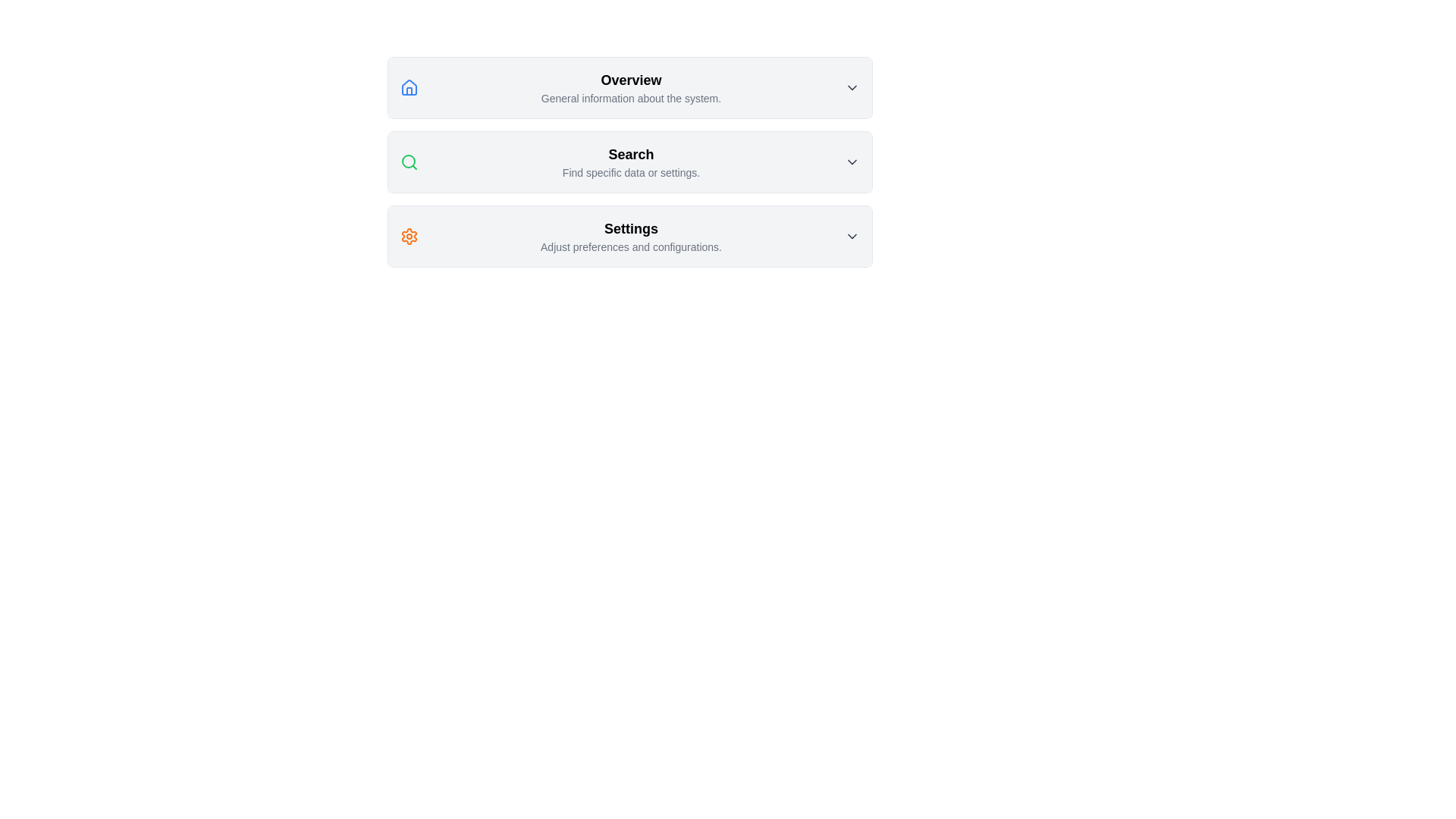  What do you see at coordinates (631, 155) in the screenshot?
I see `the header label that indicates the purpose of the section related to searching for specific data or settings, located in the second section of a list, positioned above the text 'Find specific data or settings.' and below the green magnifying glass icon` at bounding box center [631, 155].